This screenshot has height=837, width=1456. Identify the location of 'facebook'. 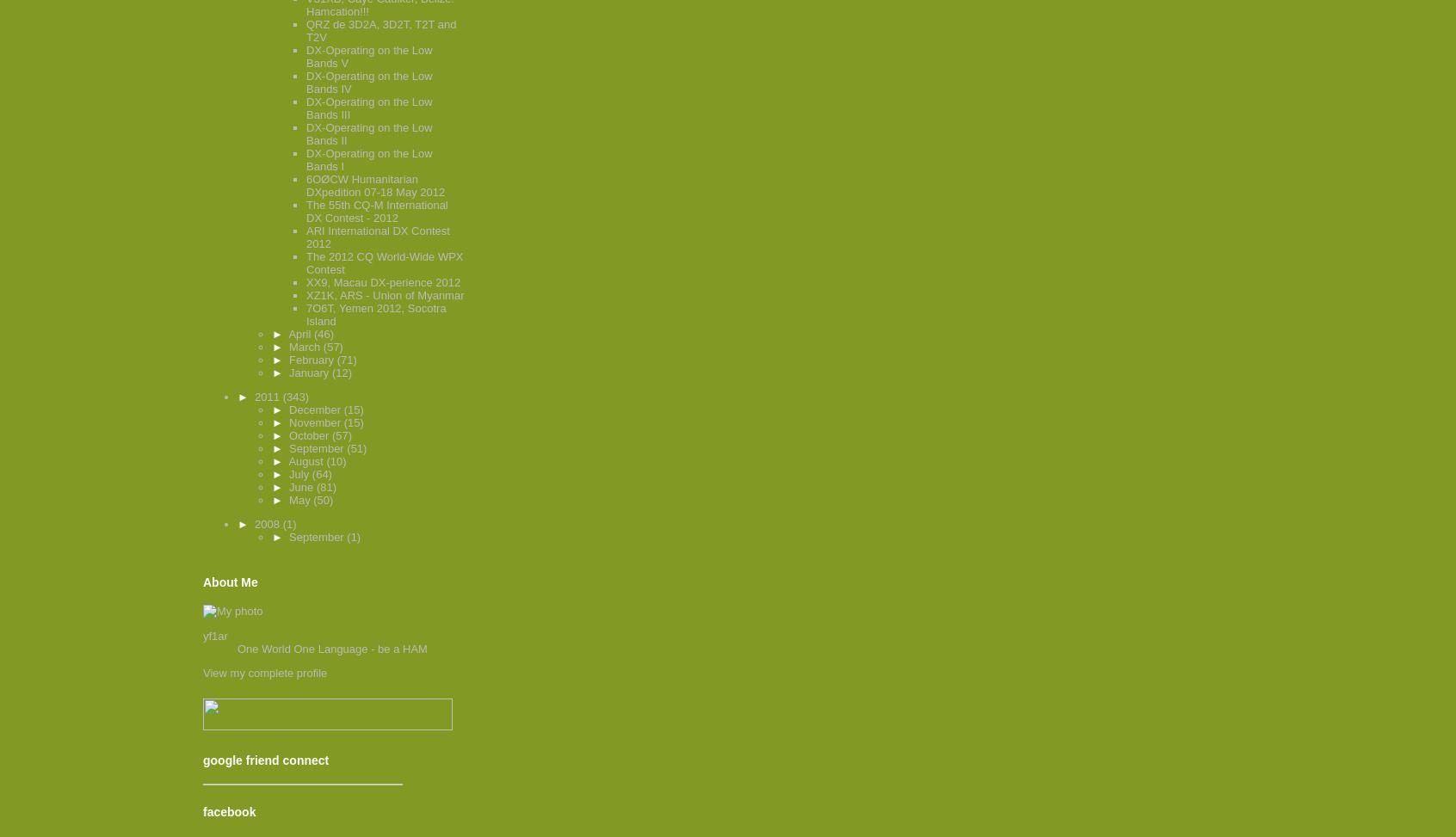
(203, 811).